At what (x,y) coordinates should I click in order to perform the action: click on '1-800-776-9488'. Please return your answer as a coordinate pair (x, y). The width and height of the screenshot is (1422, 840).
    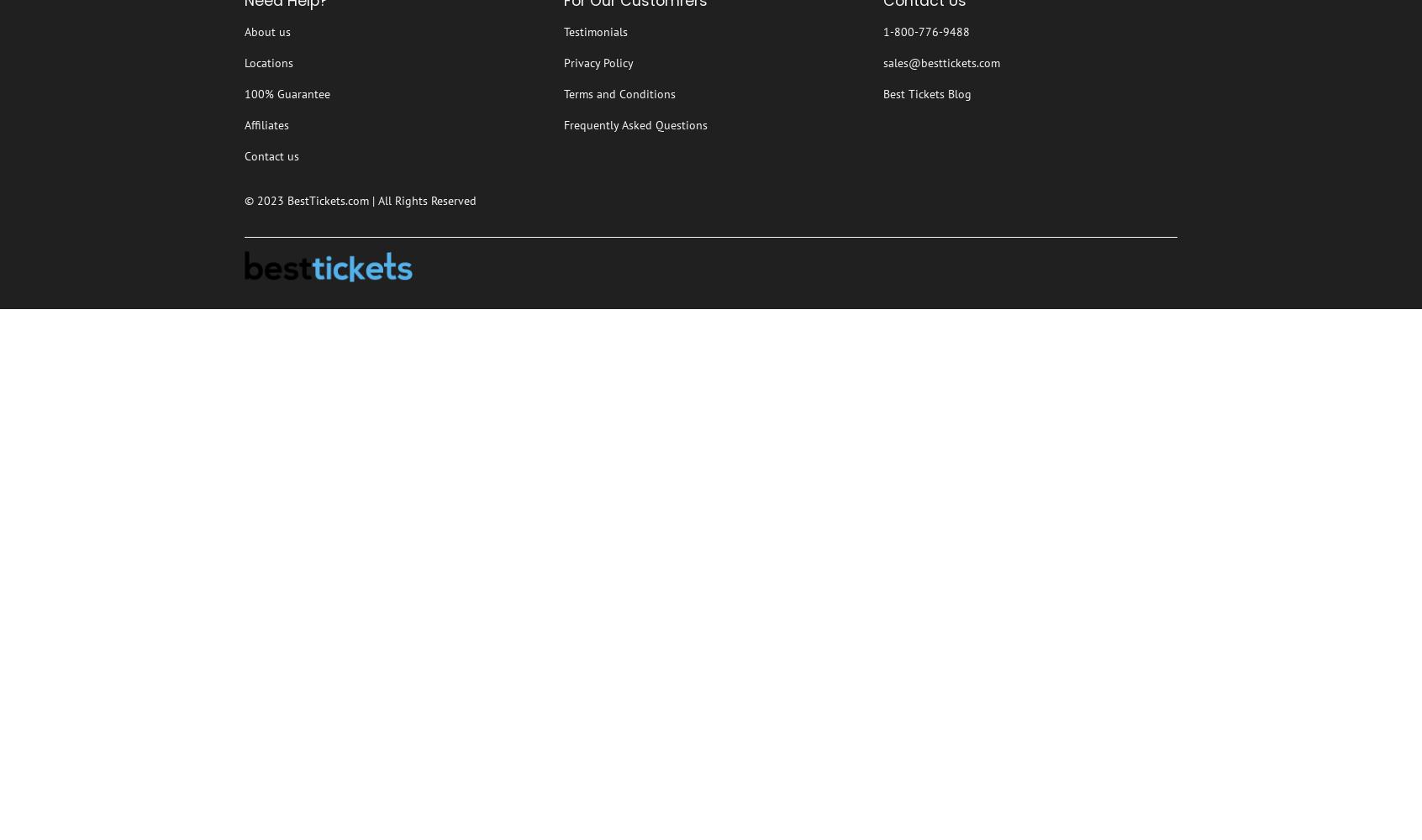
    Looking at the image, I should click on (882, 32).